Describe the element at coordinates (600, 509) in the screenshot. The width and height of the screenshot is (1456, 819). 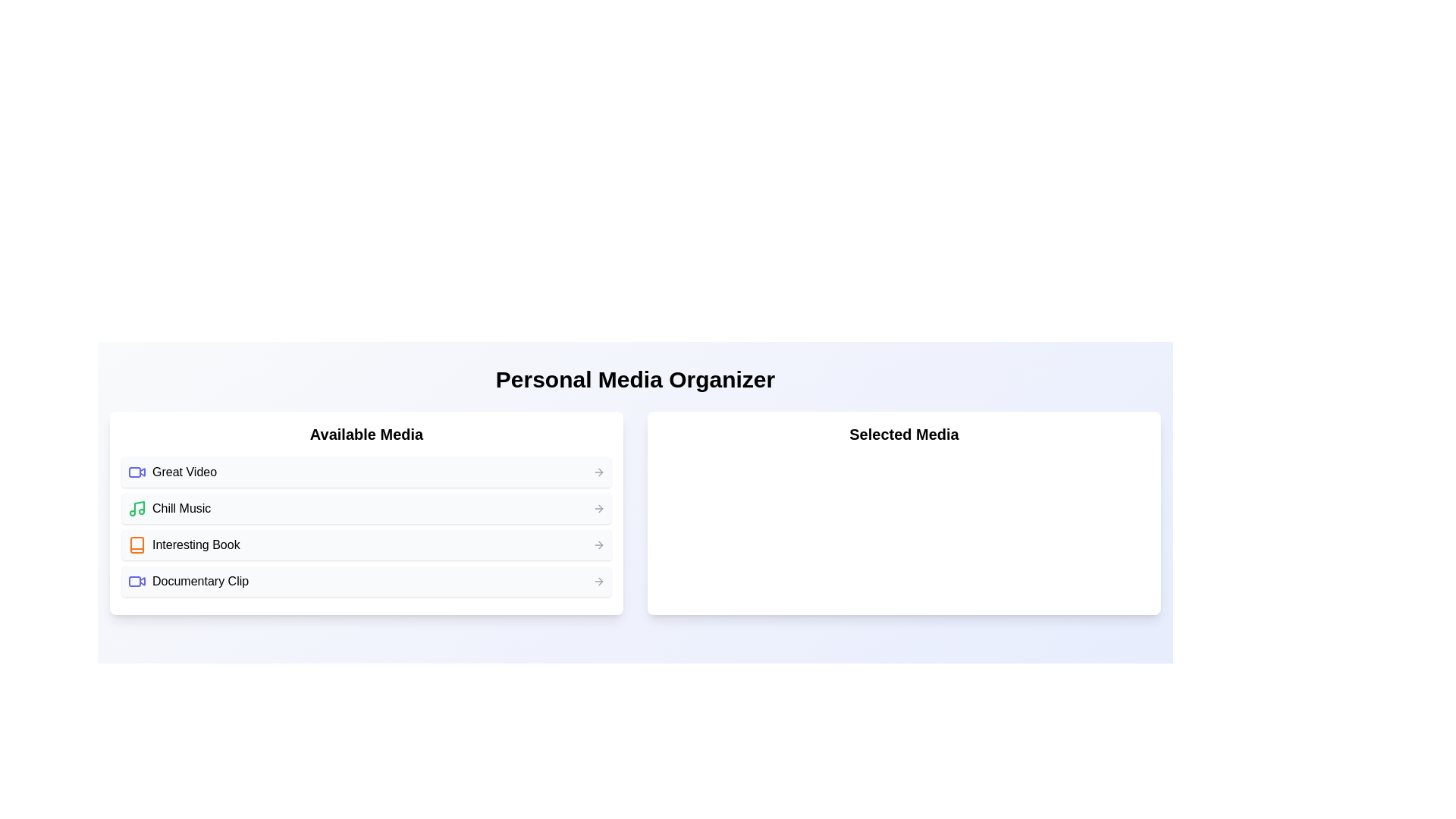
I see `the triangular arrow-shaped icon located to the right of the 'Chill Music' text in the 'Available Media' list` at that location.